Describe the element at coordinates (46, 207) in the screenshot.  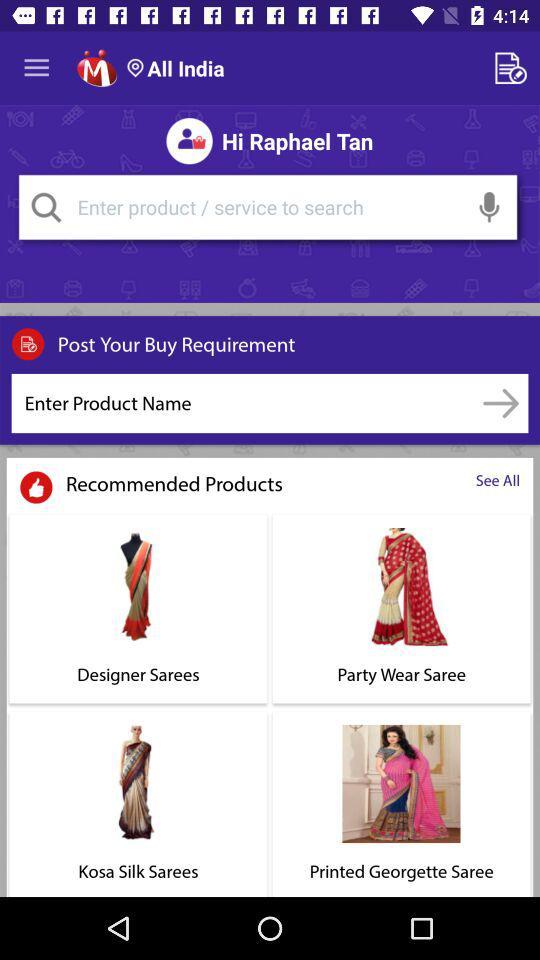
I see `tag the search bar` at that location.